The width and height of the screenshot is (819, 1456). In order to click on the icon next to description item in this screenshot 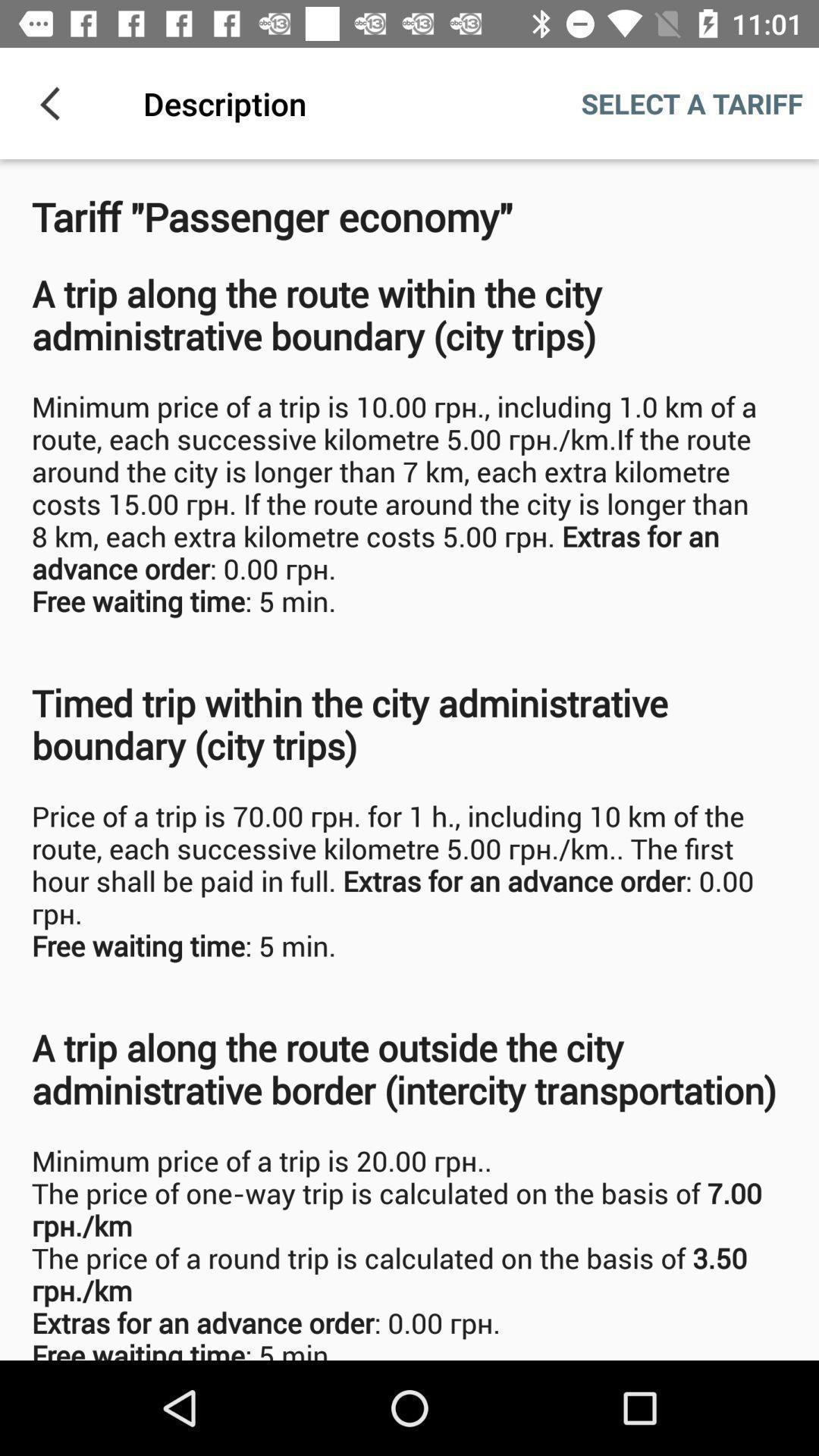, I will do `click(55, 102)`.